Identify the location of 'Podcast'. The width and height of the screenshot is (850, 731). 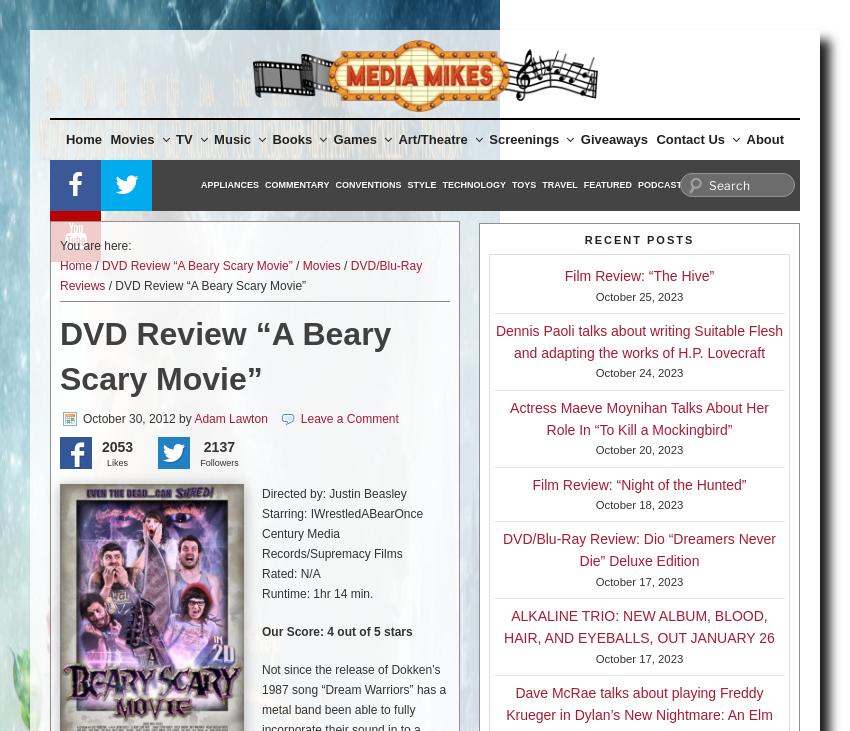
(659, 185).